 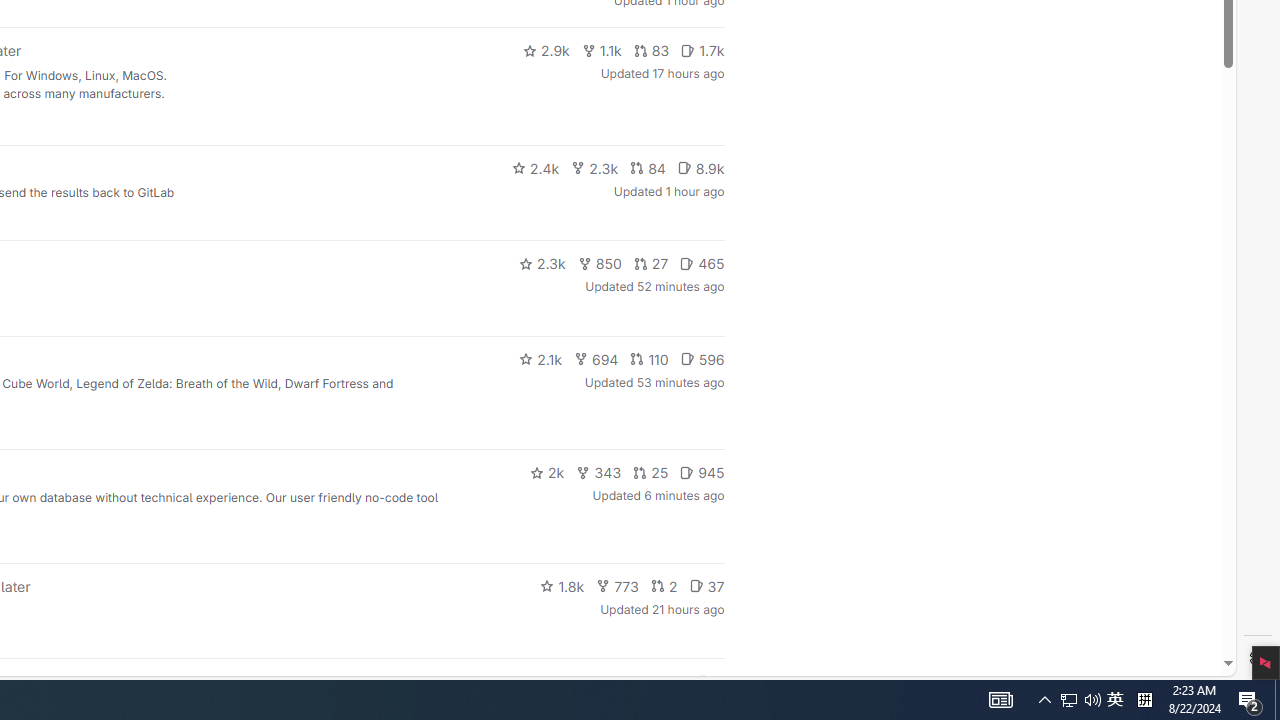 What do you see at coordinates (600, 50) in the screenshot?
I see `'1.1k'` at bounding box center [600, 50].